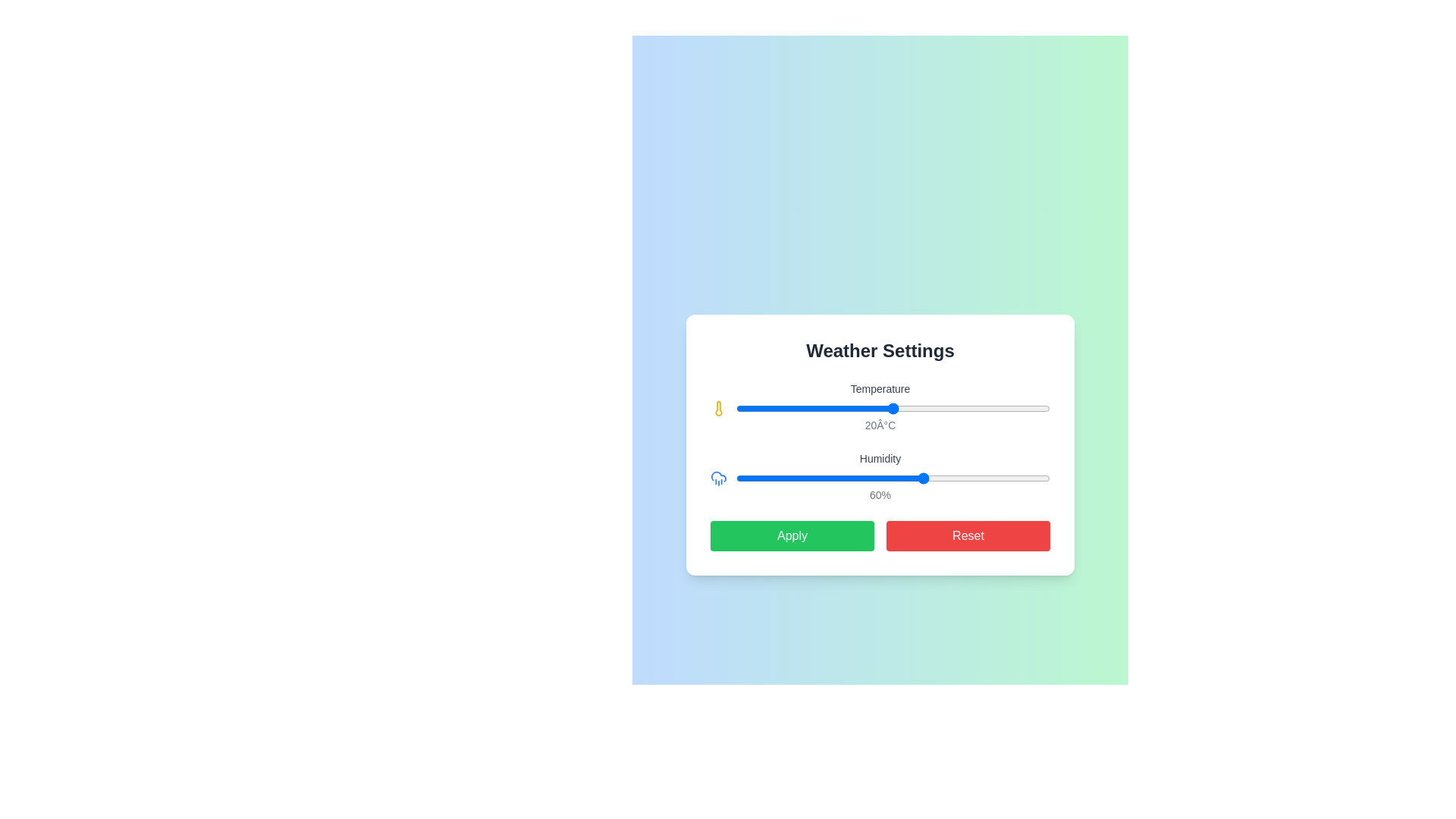  Describe the element at coordinates (827, 479) in the screenshot. I see `humidity` at that location.